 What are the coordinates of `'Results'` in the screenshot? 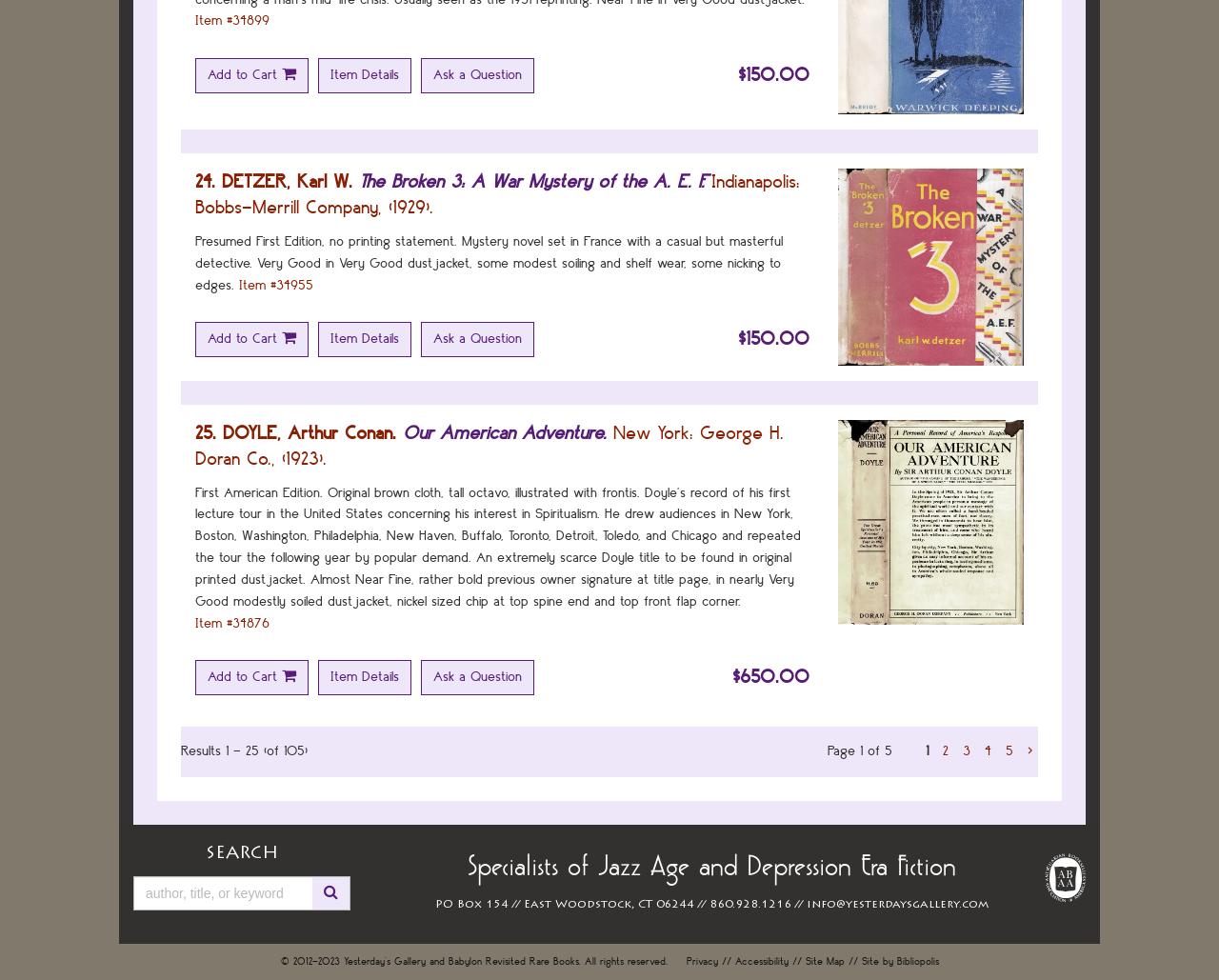 It's located at (200, 750).